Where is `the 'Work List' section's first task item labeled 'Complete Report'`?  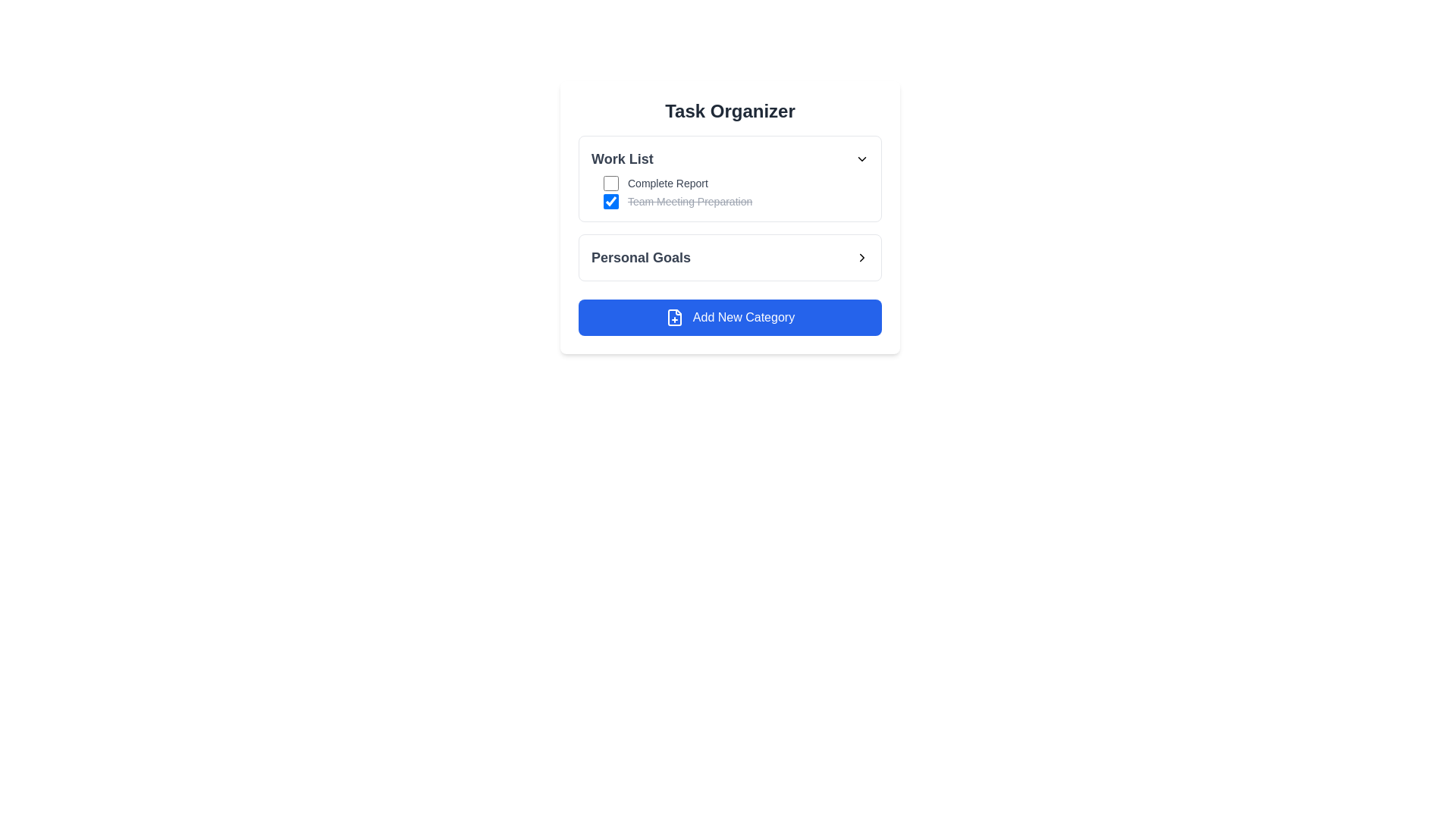 the 'Work List' section's first task item labeled 'Complete Report' is located at coordinates (730, 192).